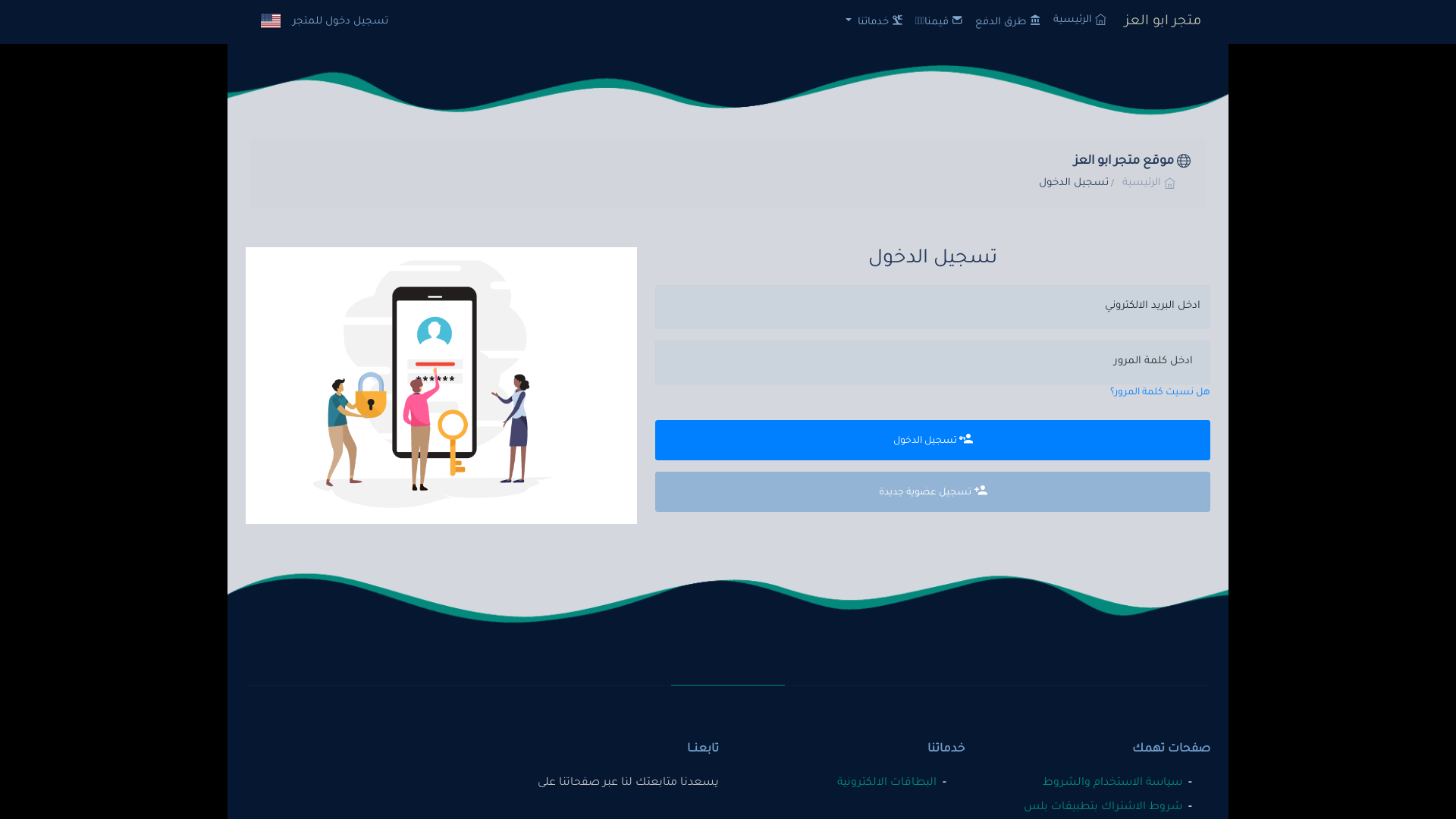 The width and height of the screenshot is (1456, 819). Describe the element at coordinates (270, 20) in the screenshot. I see `'English Language'` at that location.